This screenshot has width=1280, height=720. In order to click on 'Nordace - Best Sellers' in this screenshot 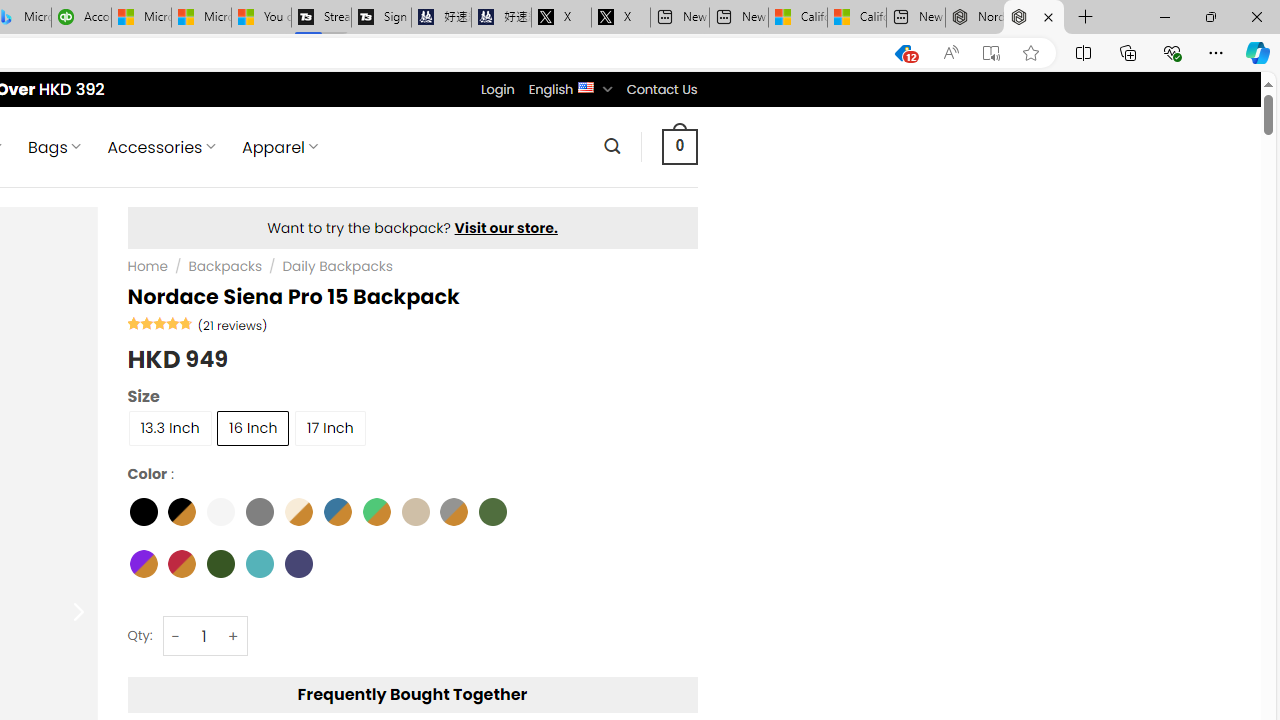, I will do `click(974, 17)`.